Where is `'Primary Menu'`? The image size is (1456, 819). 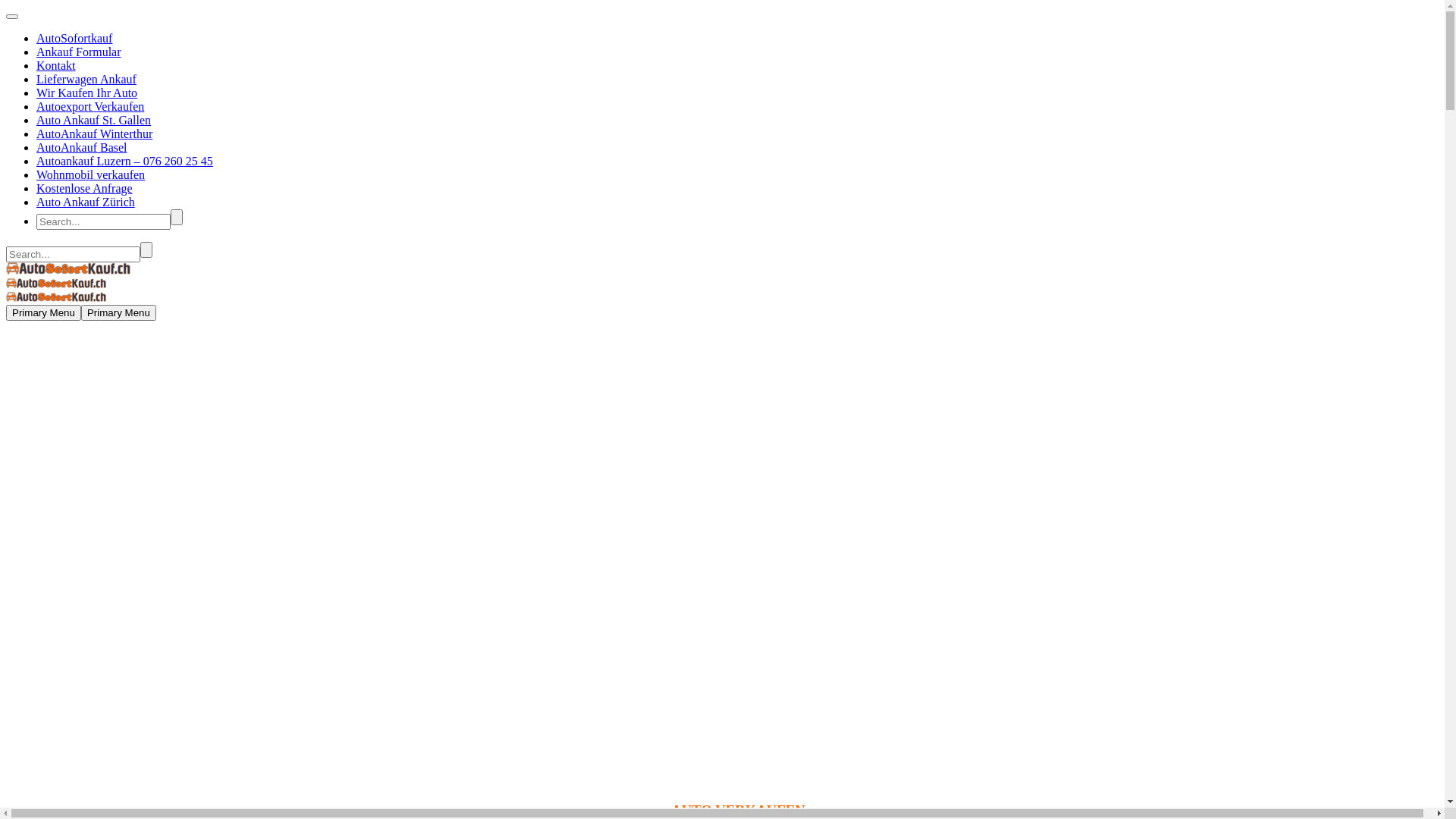 'Primary Menu' is located at coordinates (43, 312).